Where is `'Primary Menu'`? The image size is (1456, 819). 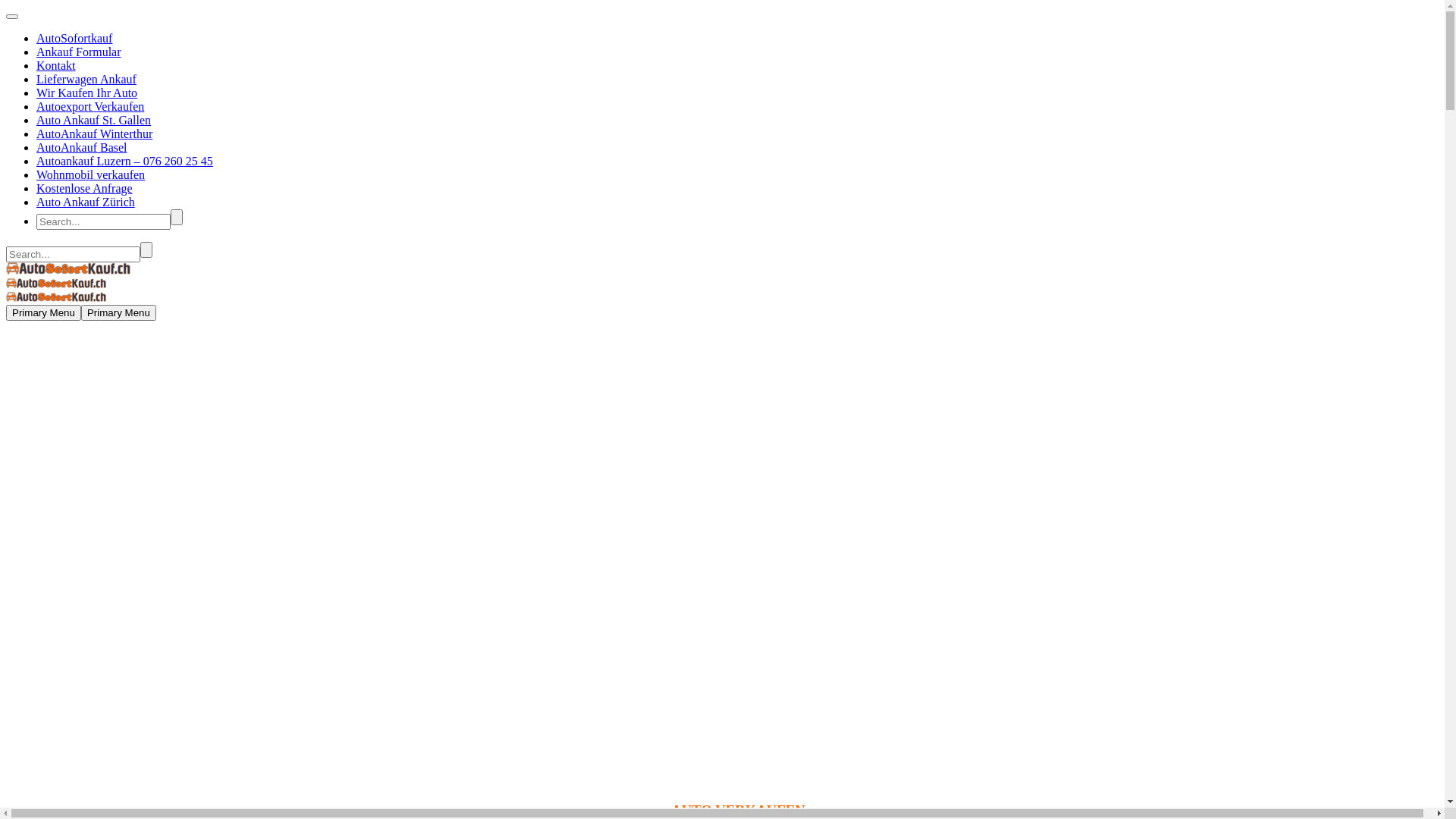 'Primary Menu' is located at coordinates (43, 312).